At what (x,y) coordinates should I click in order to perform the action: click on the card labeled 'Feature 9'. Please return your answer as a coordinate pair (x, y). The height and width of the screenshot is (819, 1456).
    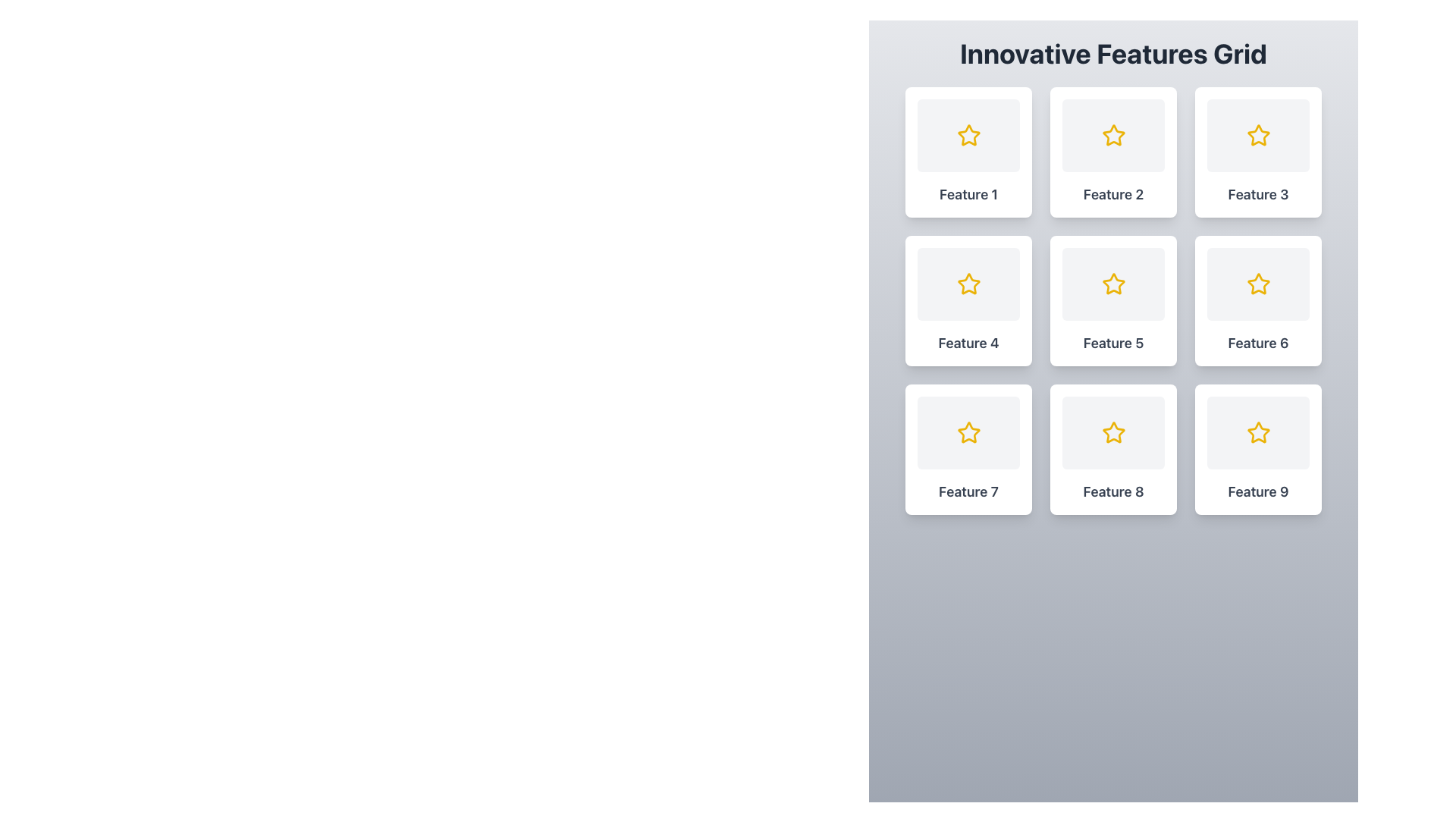
    Looking at the image, I should click on (1258, 449).